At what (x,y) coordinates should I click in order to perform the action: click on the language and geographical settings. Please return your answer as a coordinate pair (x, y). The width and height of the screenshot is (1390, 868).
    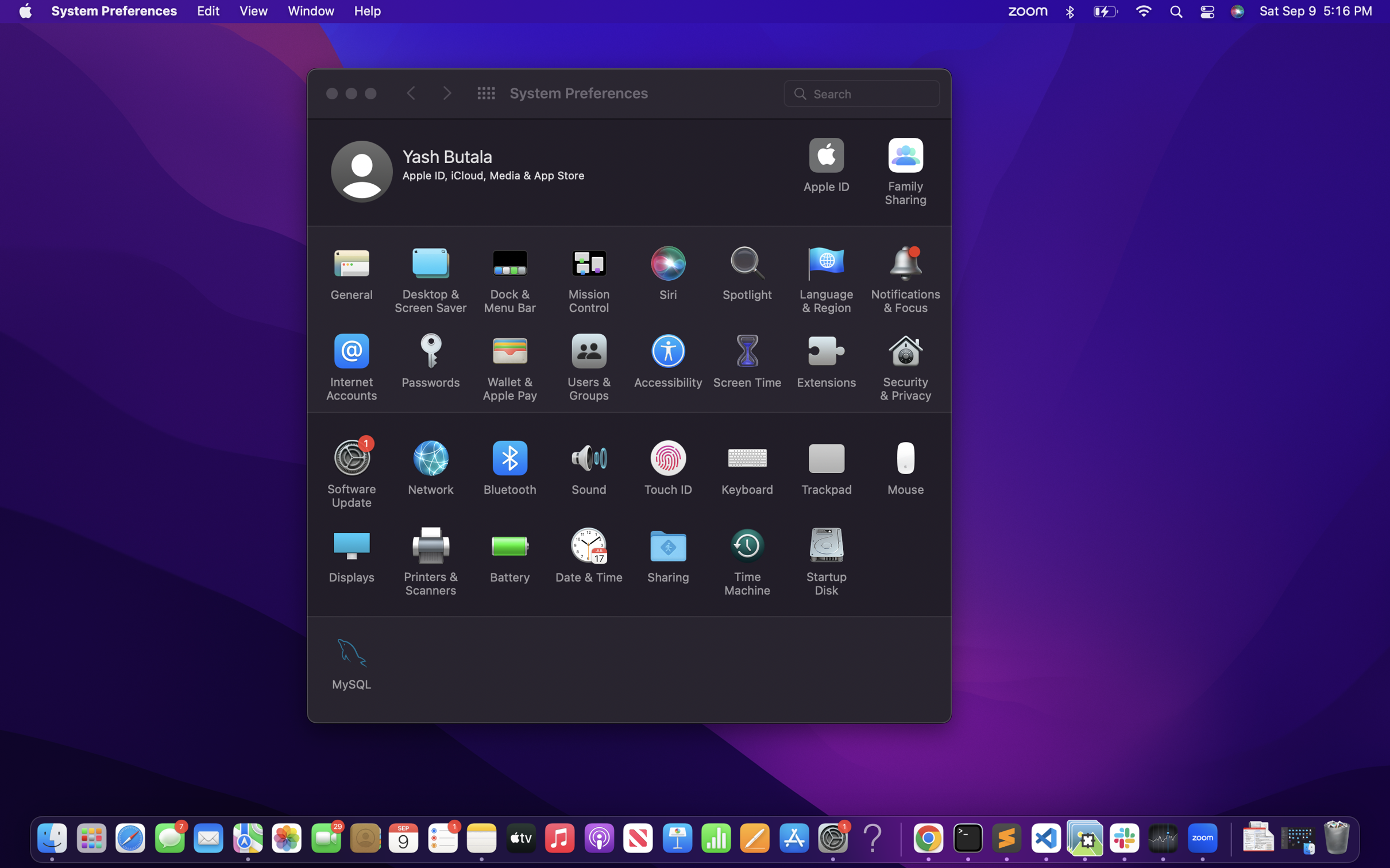
    Looking at the image, I should click on (827, 280).